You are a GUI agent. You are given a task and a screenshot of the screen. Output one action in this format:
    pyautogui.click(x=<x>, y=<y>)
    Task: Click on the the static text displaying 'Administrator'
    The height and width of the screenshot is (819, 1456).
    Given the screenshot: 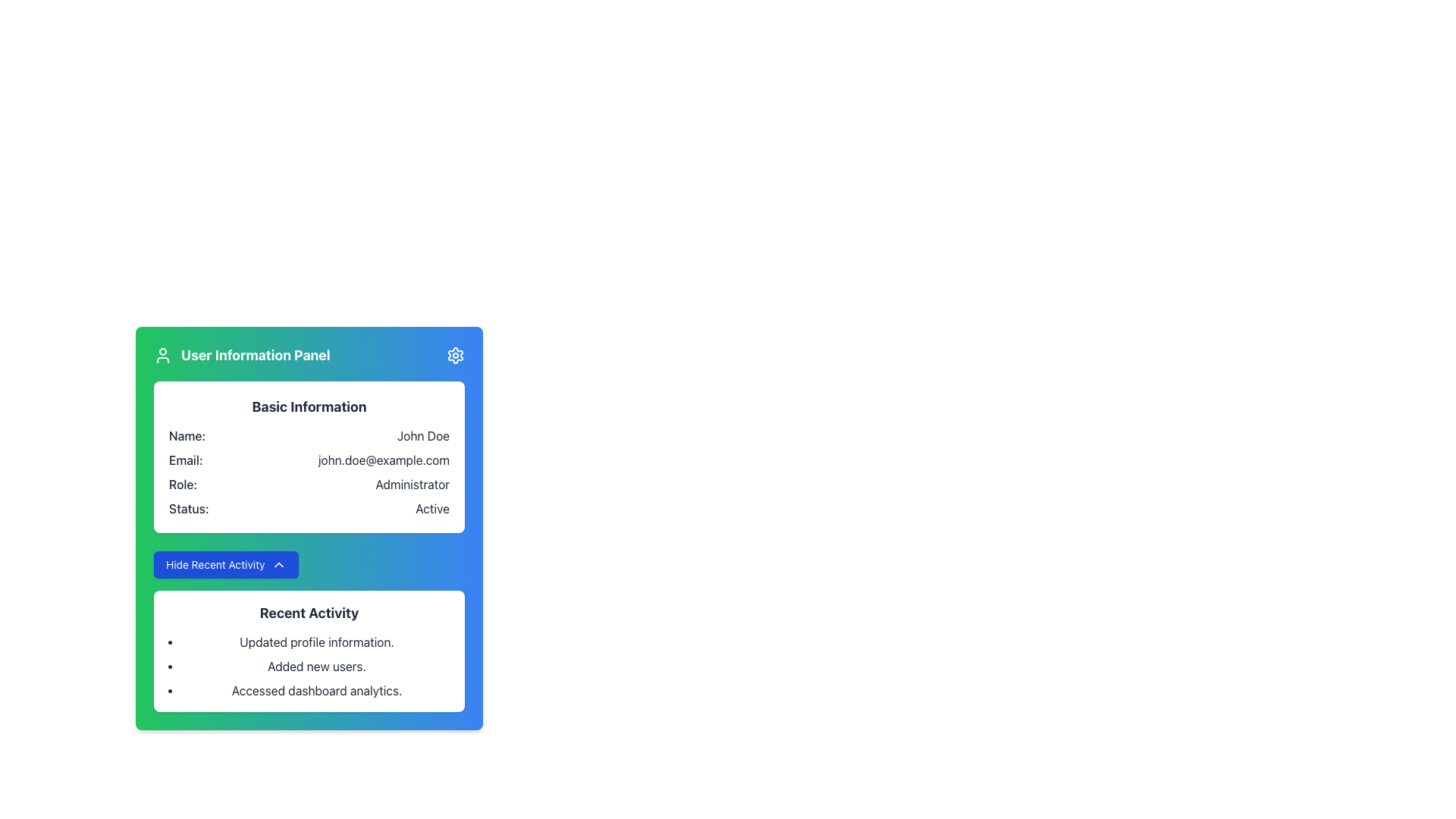 What is the action you would take?
    pyautogui.click(x=413, y=485)
    